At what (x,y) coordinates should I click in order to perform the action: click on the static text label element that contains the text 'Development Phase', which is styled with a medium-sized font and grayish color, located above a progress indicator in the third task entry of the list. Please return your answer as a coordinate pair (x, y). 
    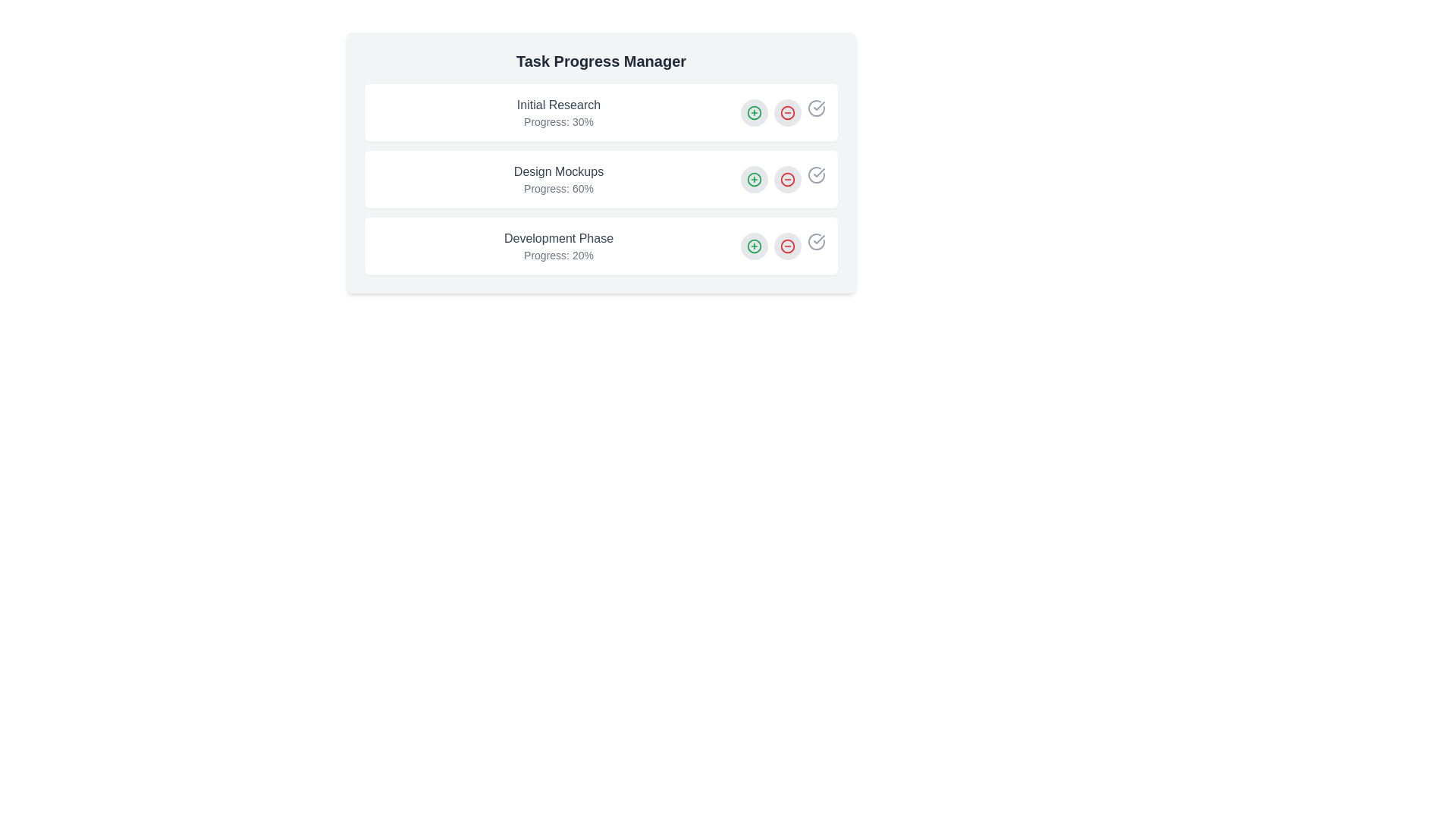
    Looking at the image, I should click on (558, 239).